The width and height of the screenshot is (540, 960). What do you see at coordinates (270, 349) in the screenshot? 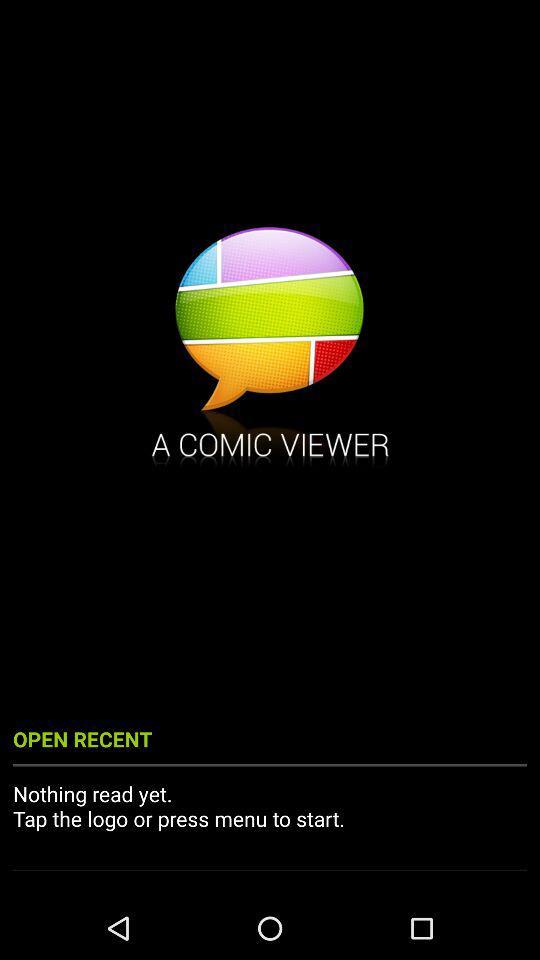
I see `the app above open recent item` at bounding box center [270, 349].